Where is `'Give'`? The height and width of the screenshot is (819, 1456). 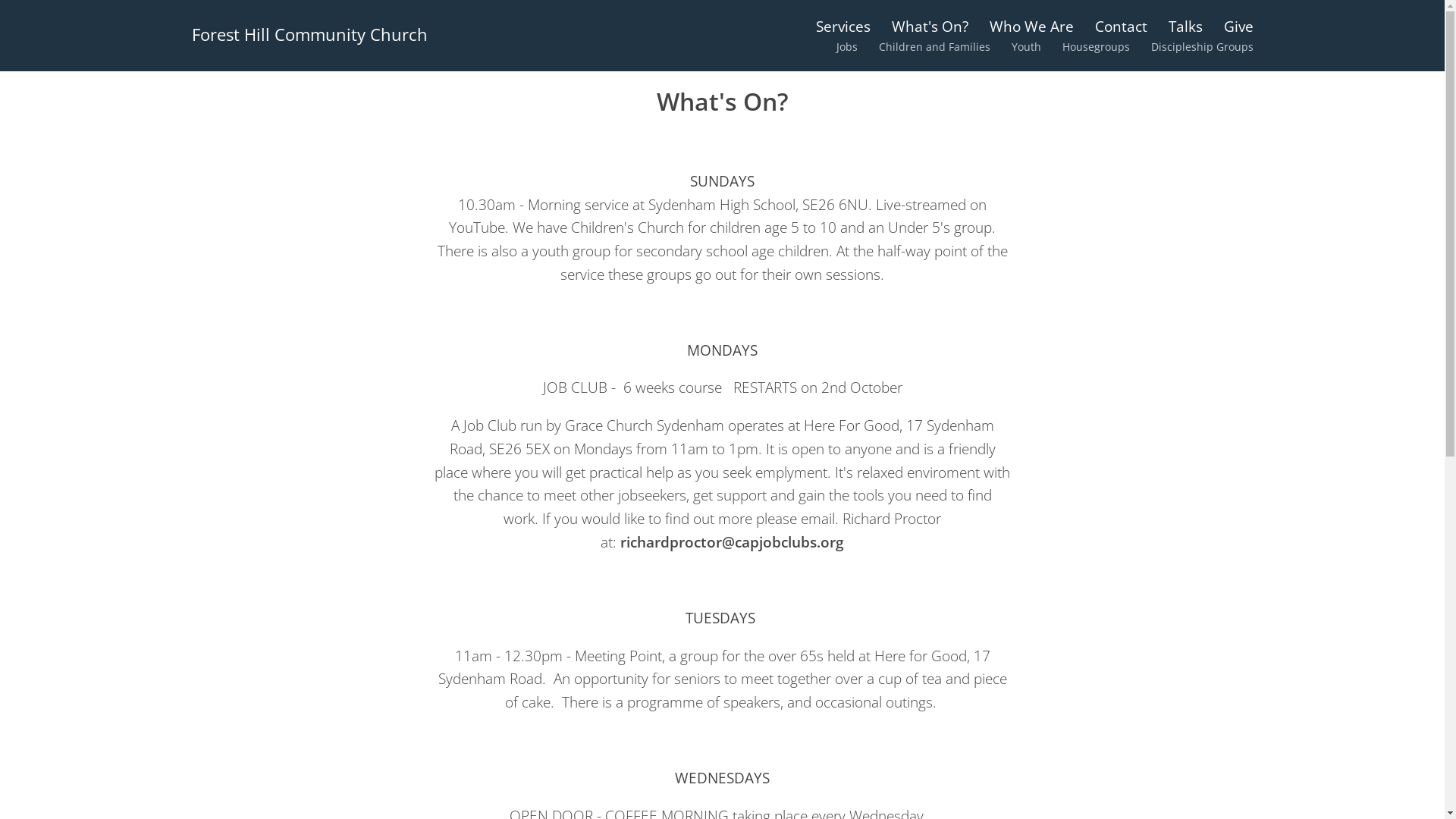
'Give' is located at coordinates (1238, 26).